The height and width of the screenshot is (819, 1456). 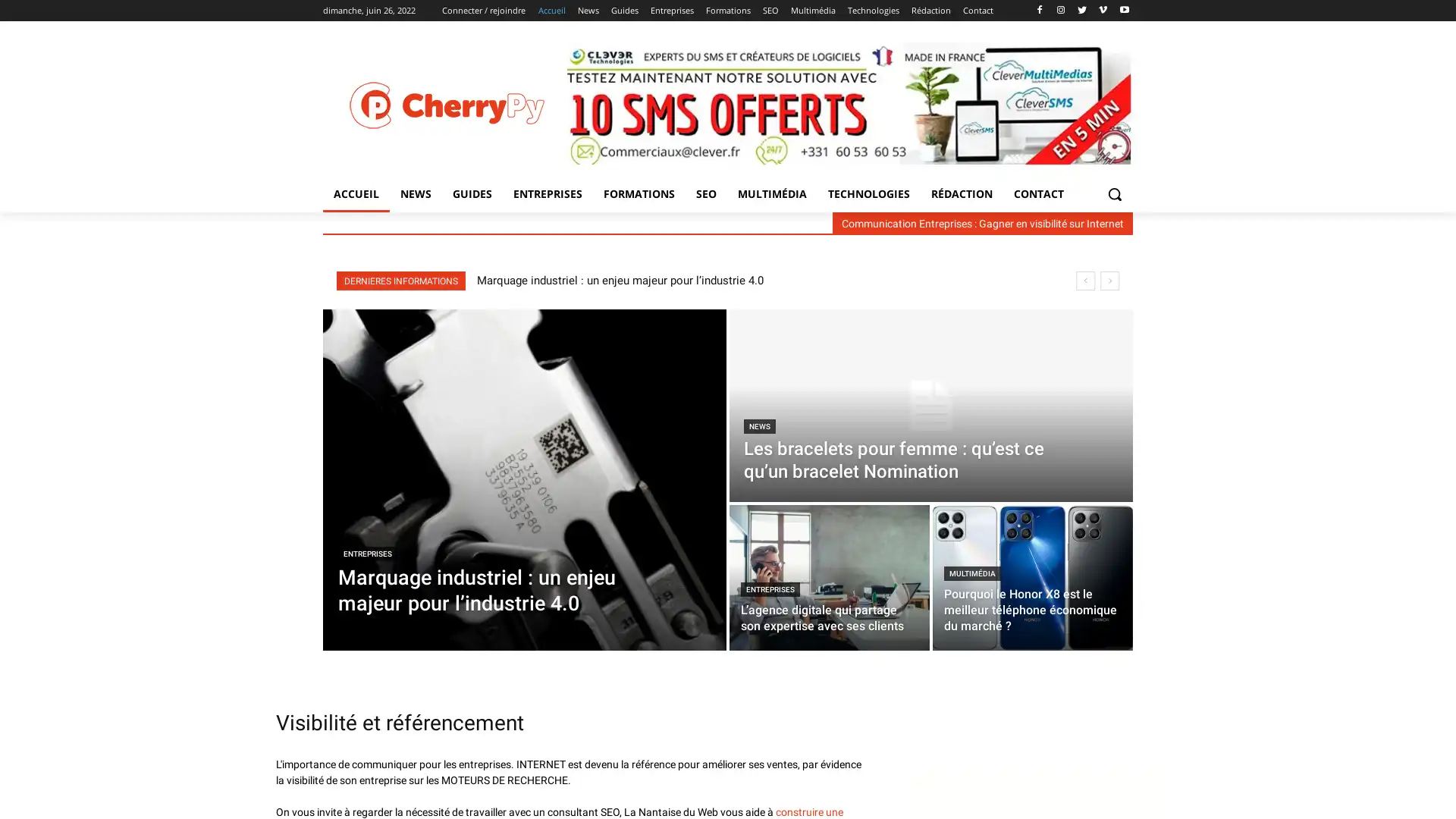 I want to click on Search, so click(x=1114, y=193).